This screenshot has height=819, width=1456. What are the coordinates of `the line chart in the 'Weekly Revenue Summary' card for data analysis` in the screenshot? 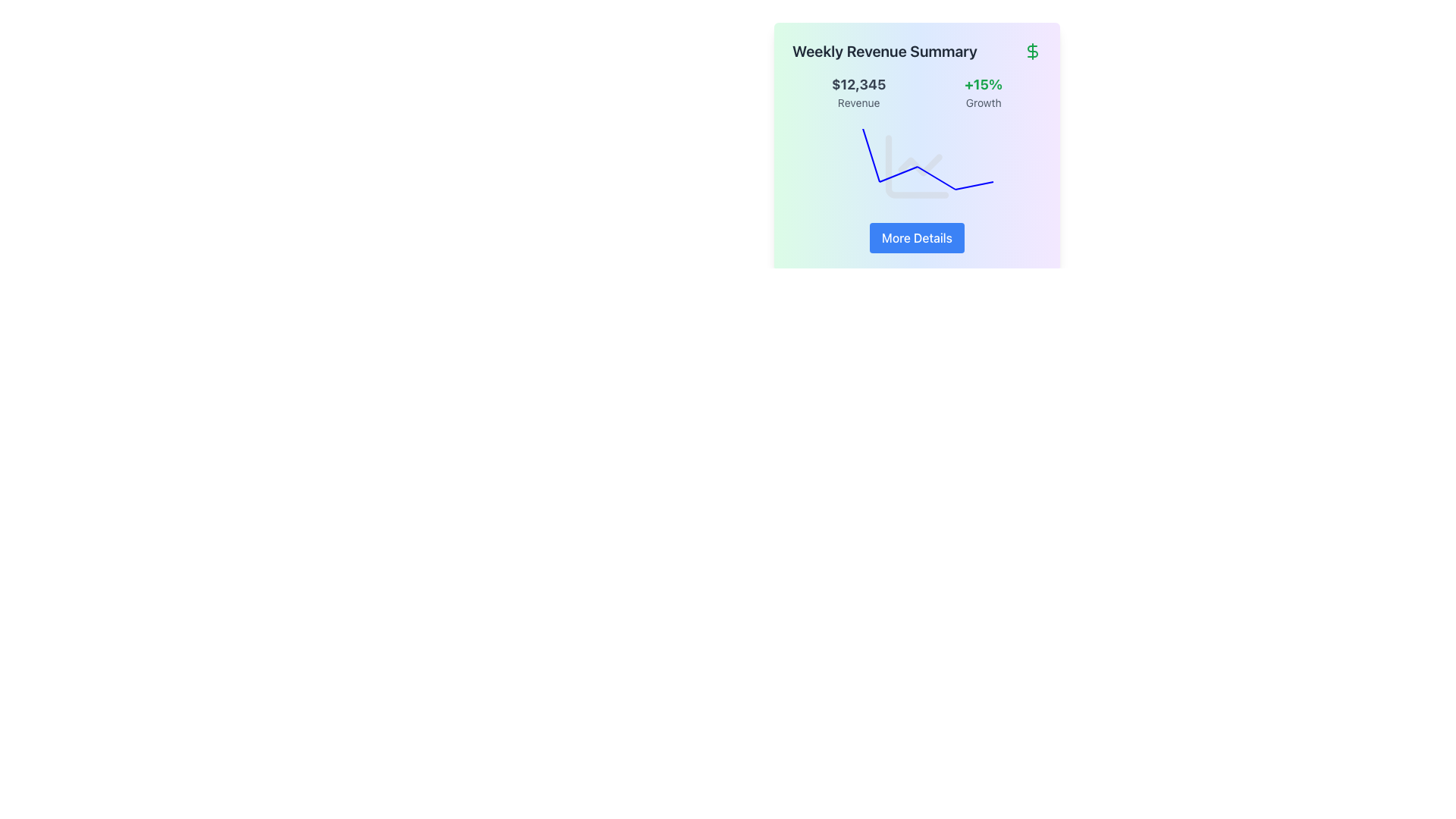 It's located at (916, 166).